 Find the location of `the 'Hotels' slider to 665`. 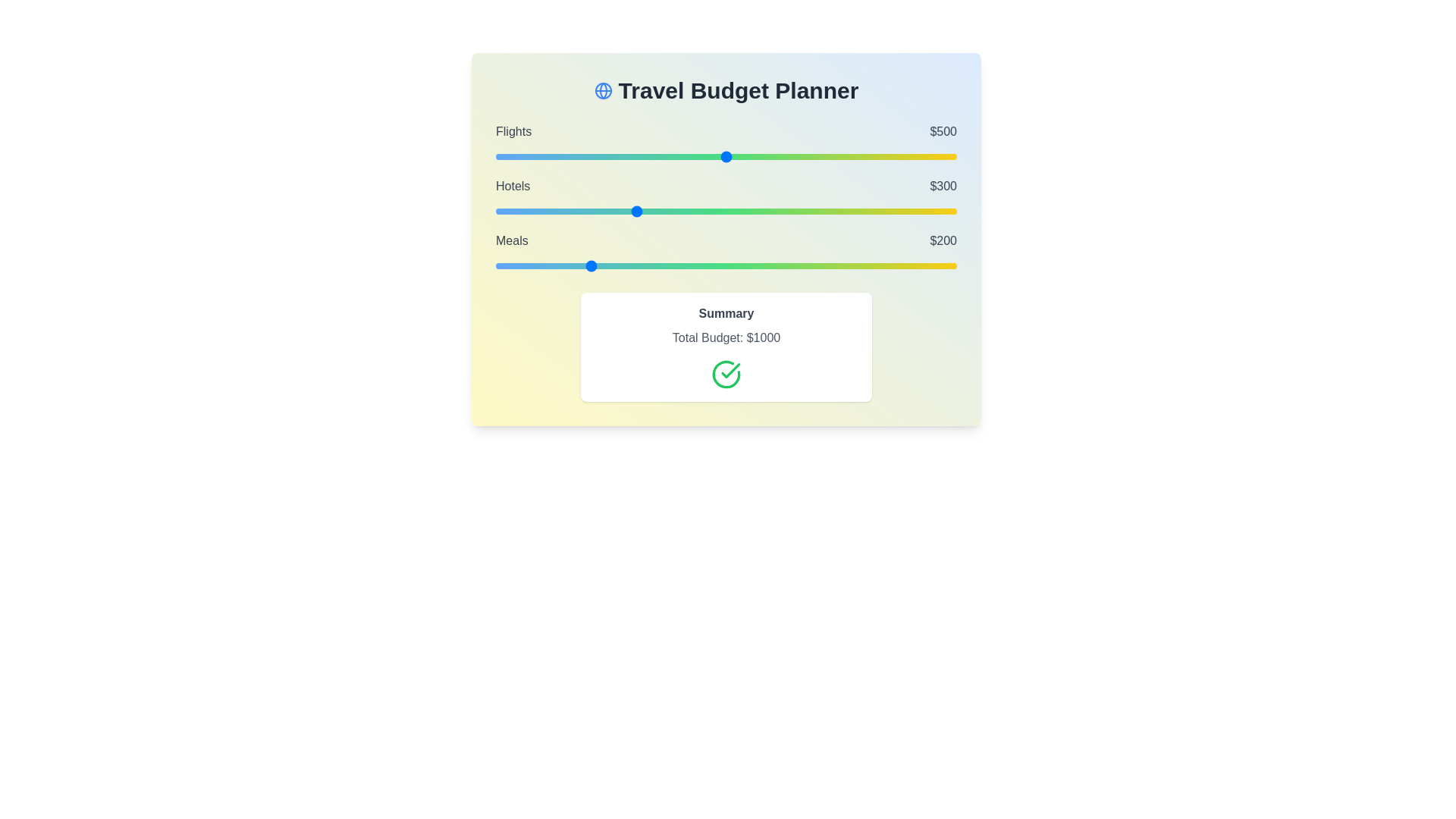

the 'Hotels' slider to 665 is located at coordinates (802, 211).